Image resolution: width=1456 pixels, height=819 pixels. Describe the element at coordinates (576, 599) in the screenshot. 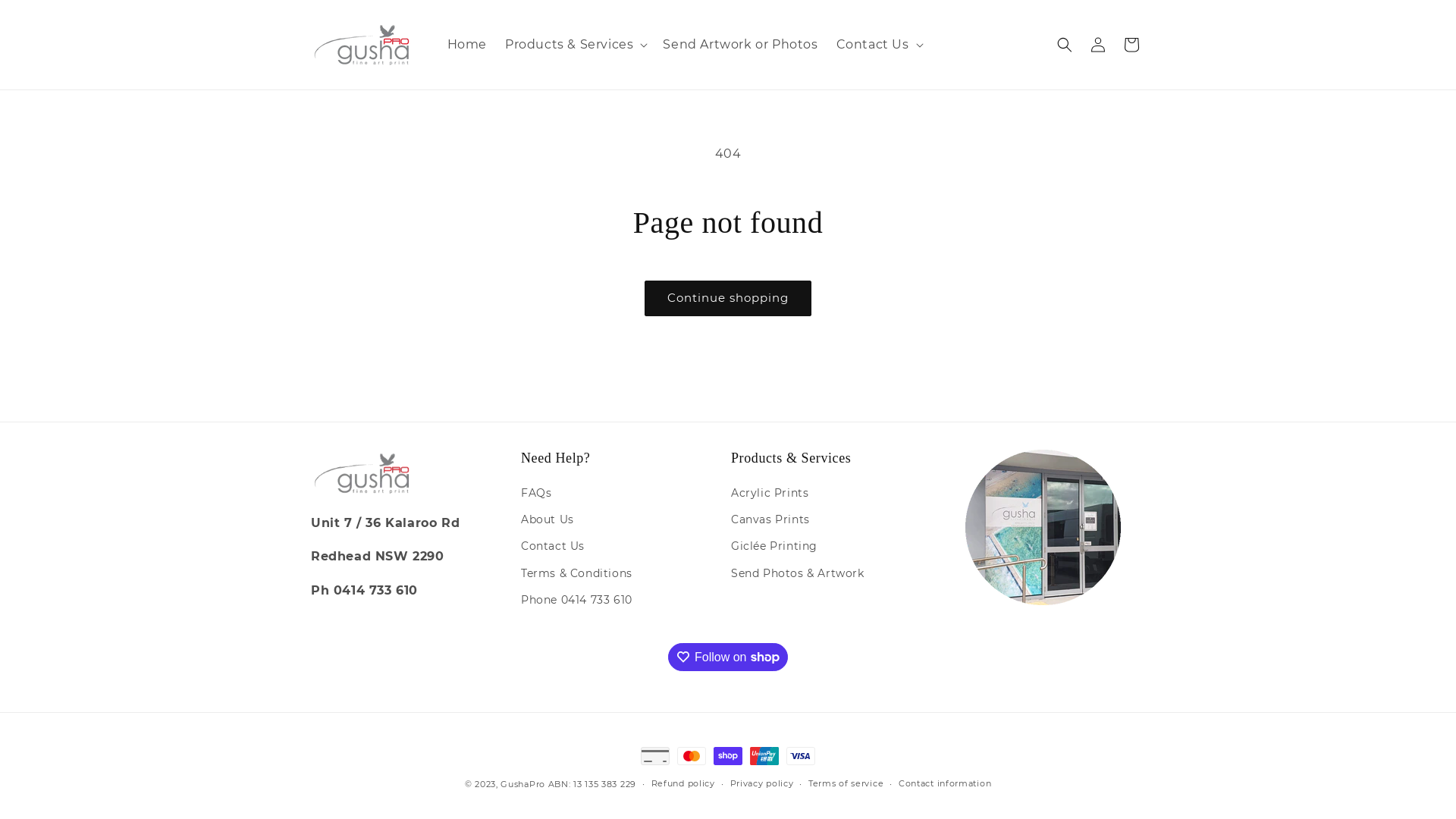

I see `'Phone 0414 733 610'` at that location.